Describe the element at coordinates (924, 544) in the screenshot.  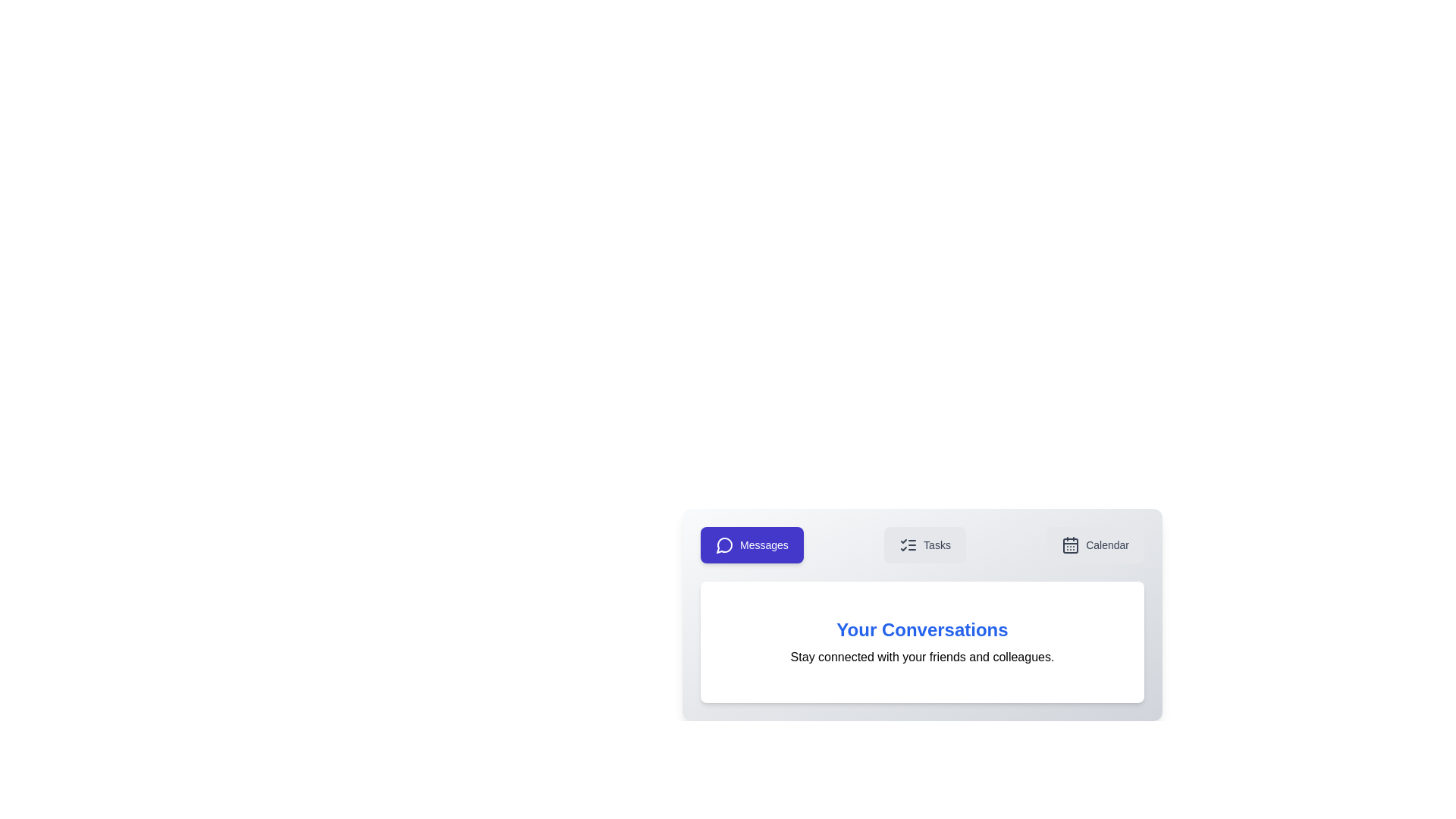
I see `the Tasks tab` at that location.